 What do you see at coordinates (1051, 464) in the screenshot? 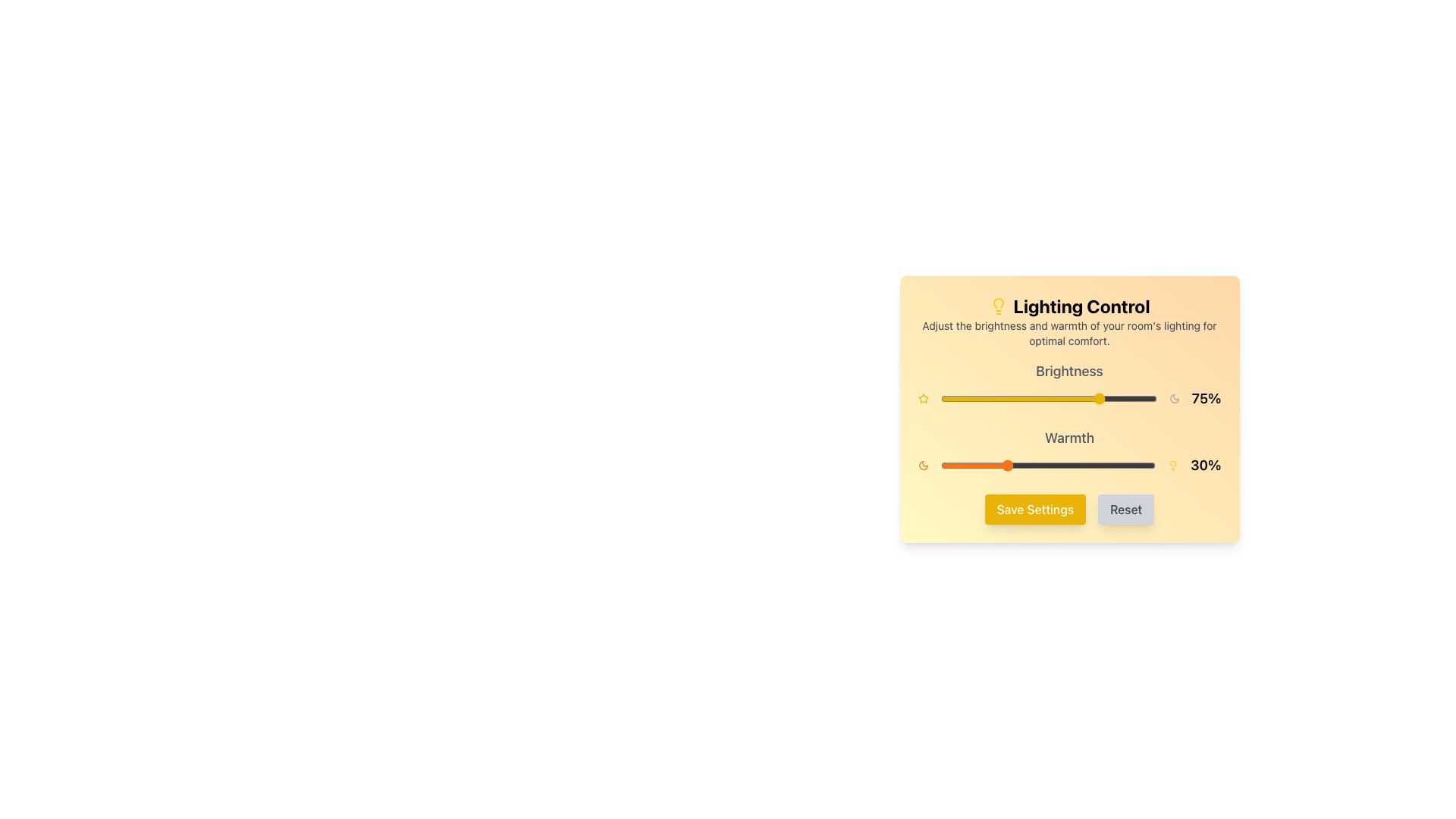
I see `warmth` at bounding box center [1051, 464].